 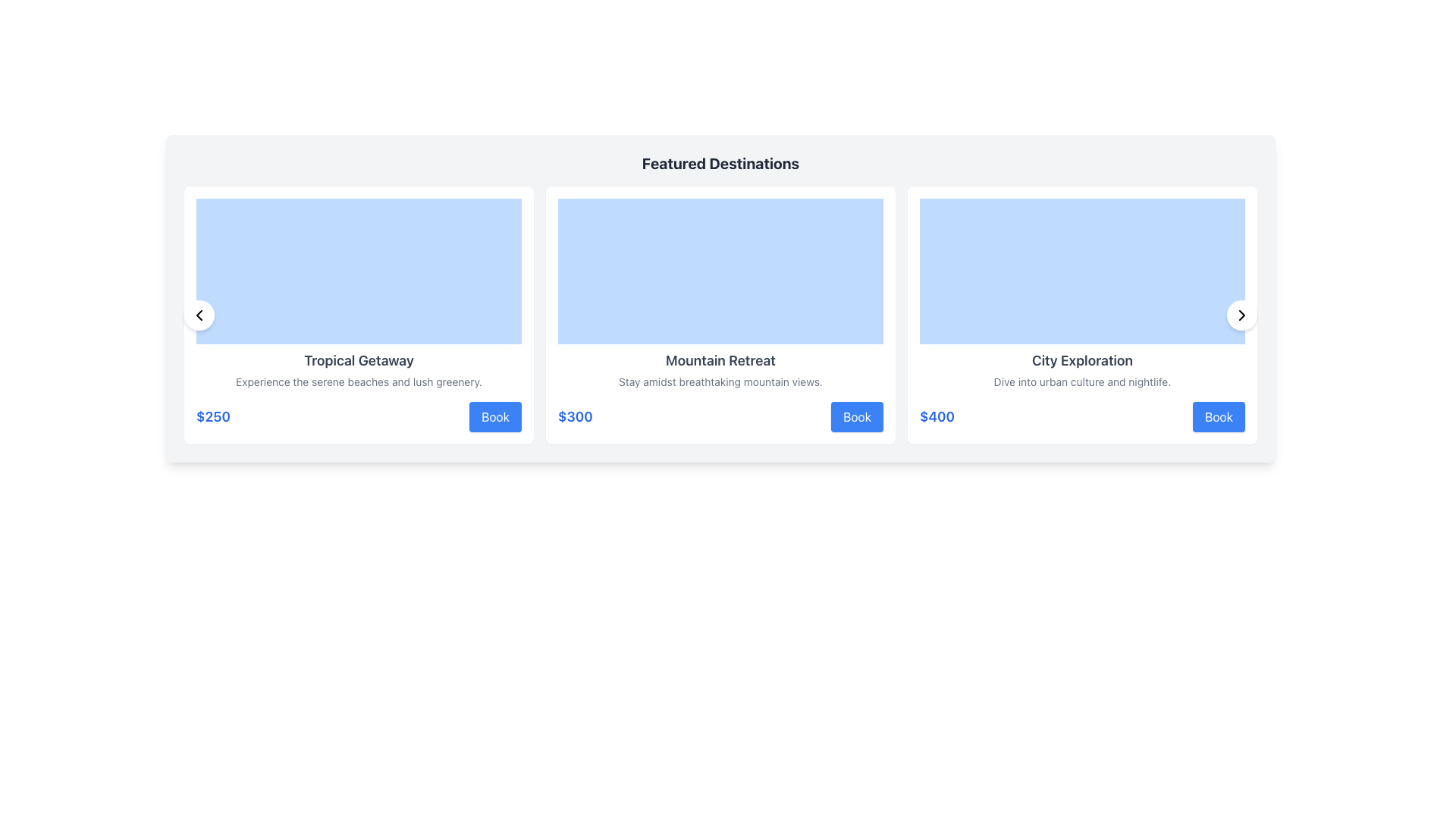 I want to click on text label located in the third card, positioned beneath the image area and above the descriptive text, so click(x=1081, y=360).